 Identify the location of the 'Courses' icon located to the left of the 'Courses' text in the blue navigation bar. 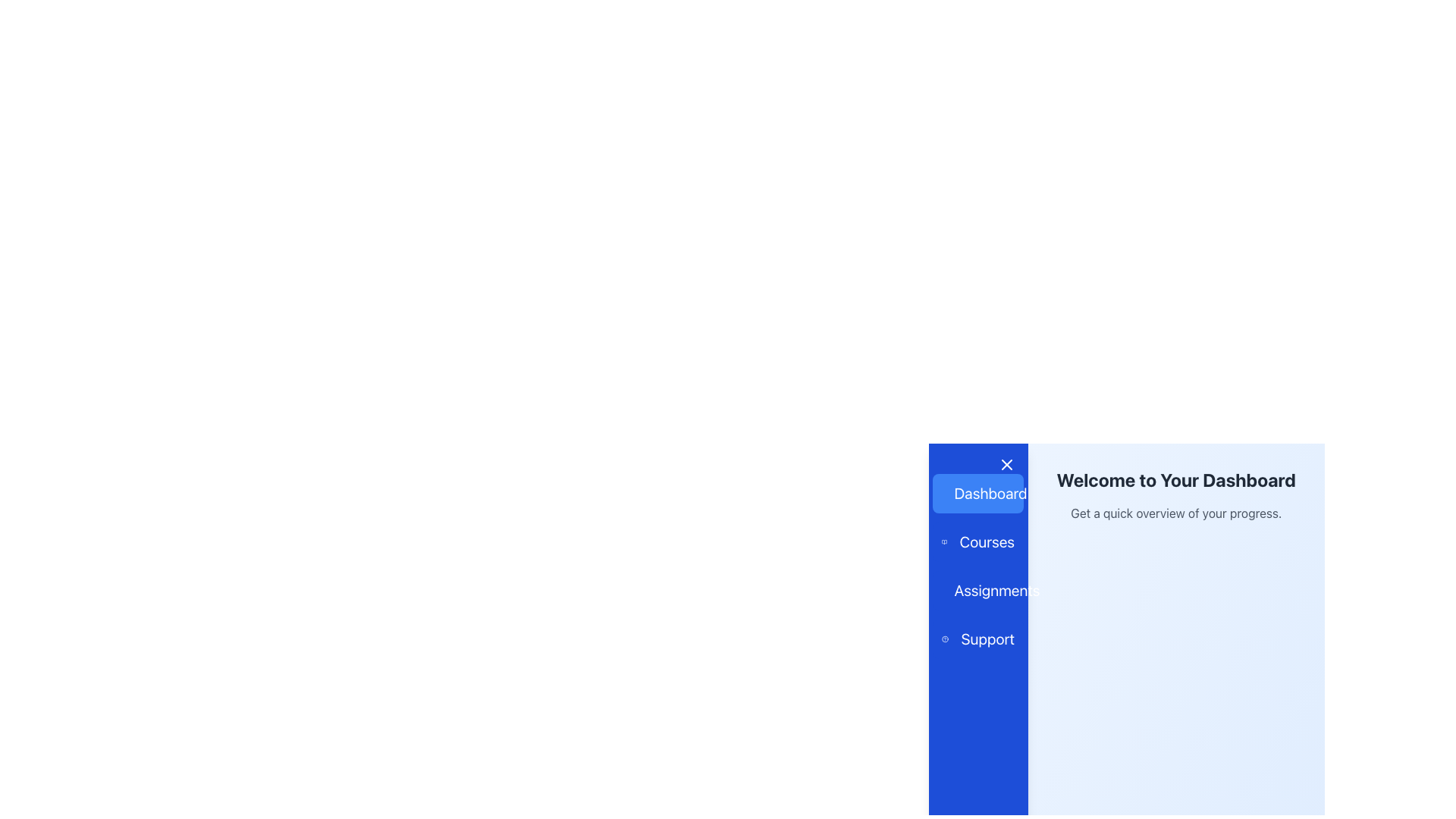
(943, 541).